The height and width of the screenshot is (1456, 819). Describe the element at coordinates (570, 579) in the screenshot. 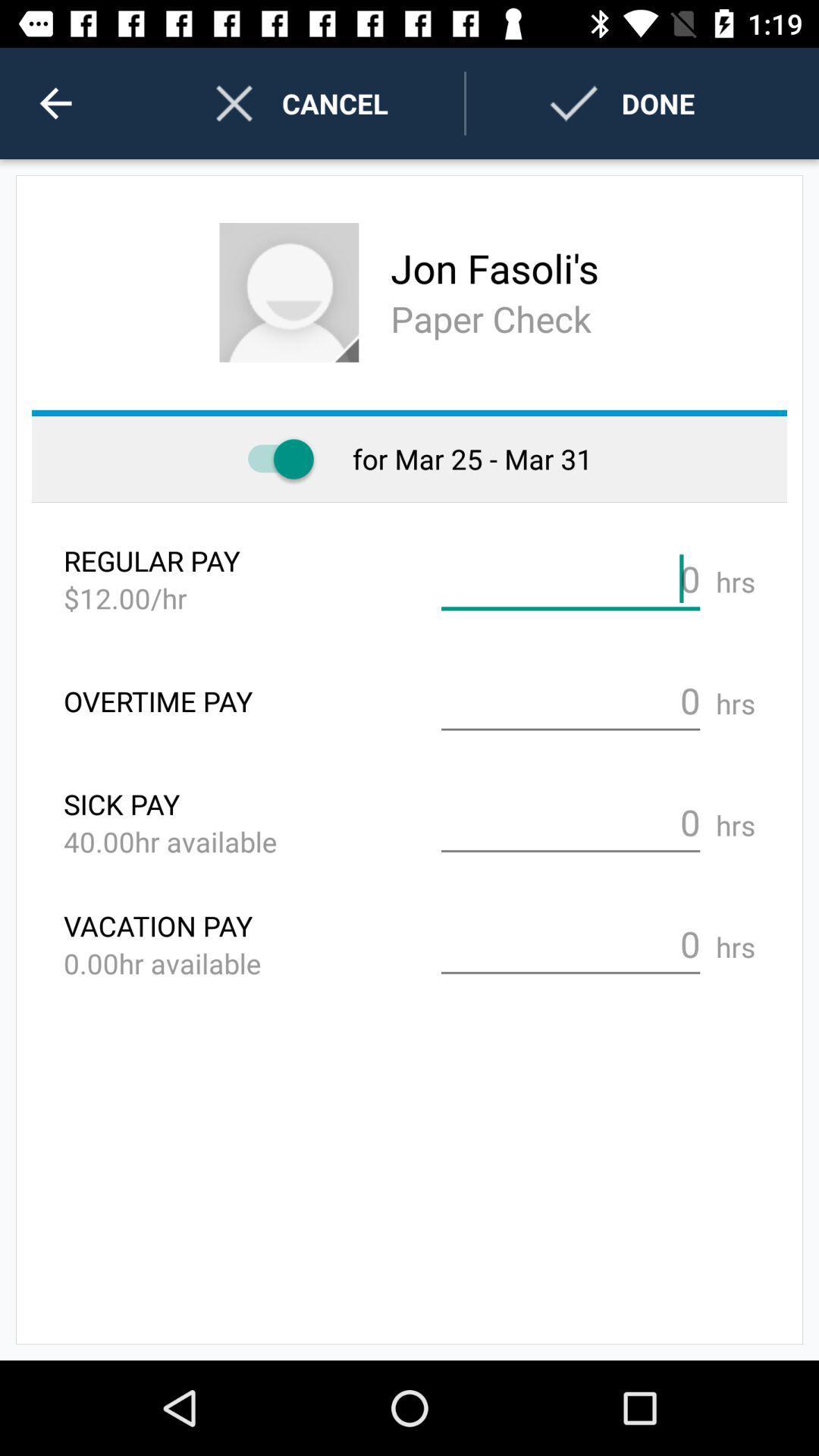

I see `payment per hours option` at that location.